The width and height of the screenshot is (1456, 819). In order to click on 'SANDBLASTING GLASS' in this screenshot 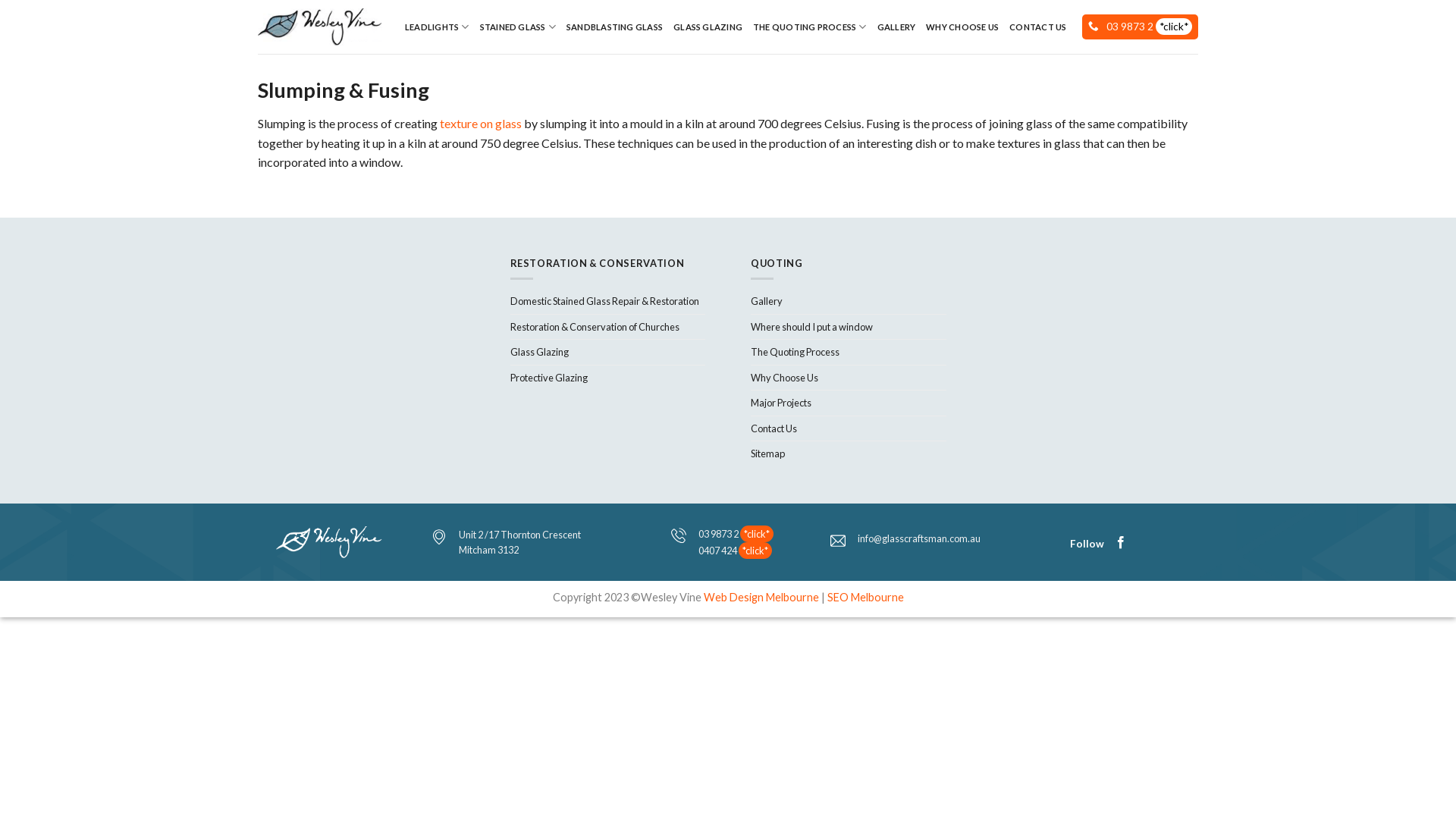, I will do `click(614, 27)`.